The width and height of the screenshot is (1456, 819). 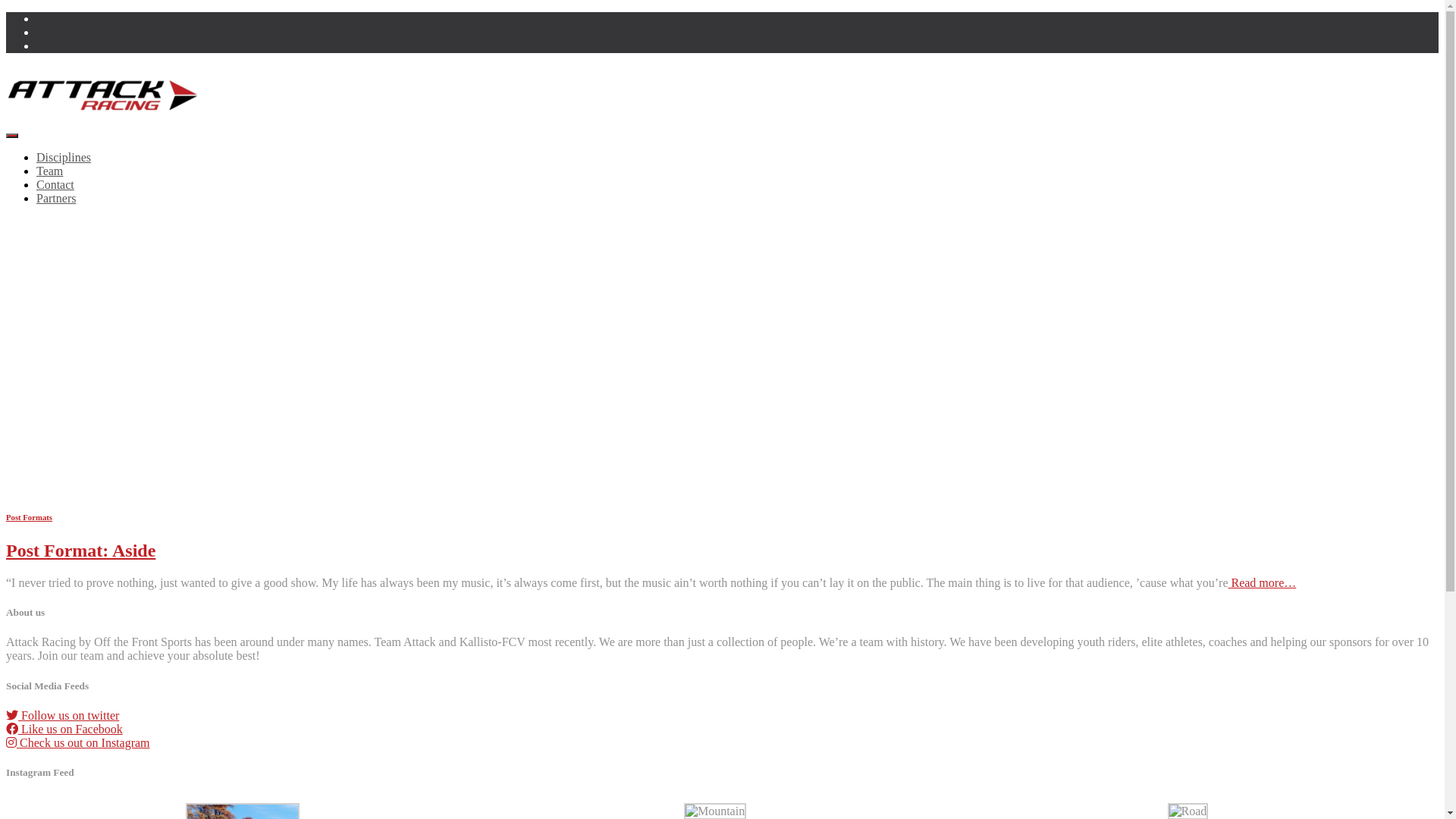 What do you see at coordinates (29, 516) in the screenshot?
I see `'Post Formats'` at bounding box center [29, 516].